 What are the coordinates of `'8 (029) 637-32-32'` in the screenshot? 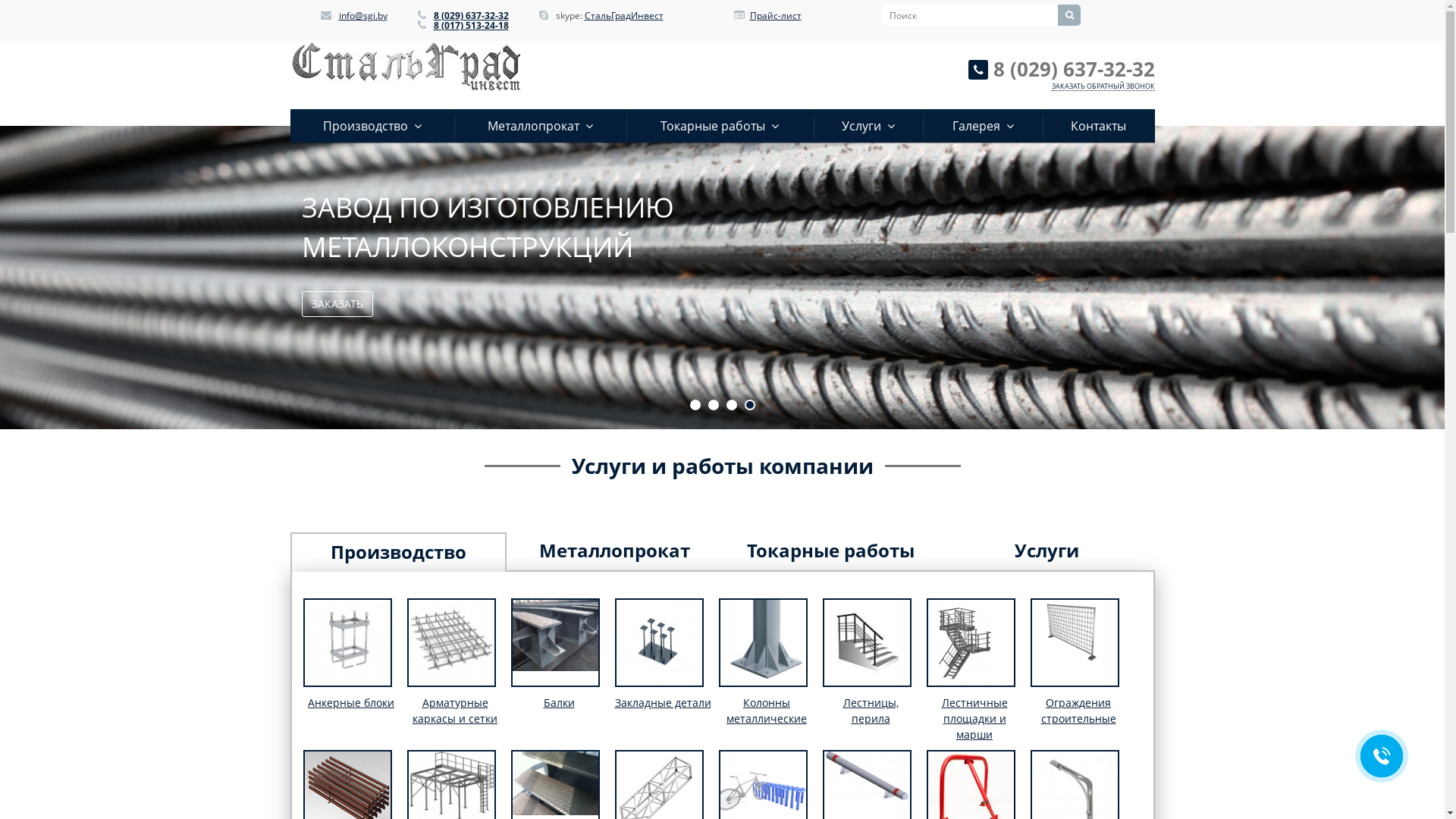 It's located at (1073, 69).